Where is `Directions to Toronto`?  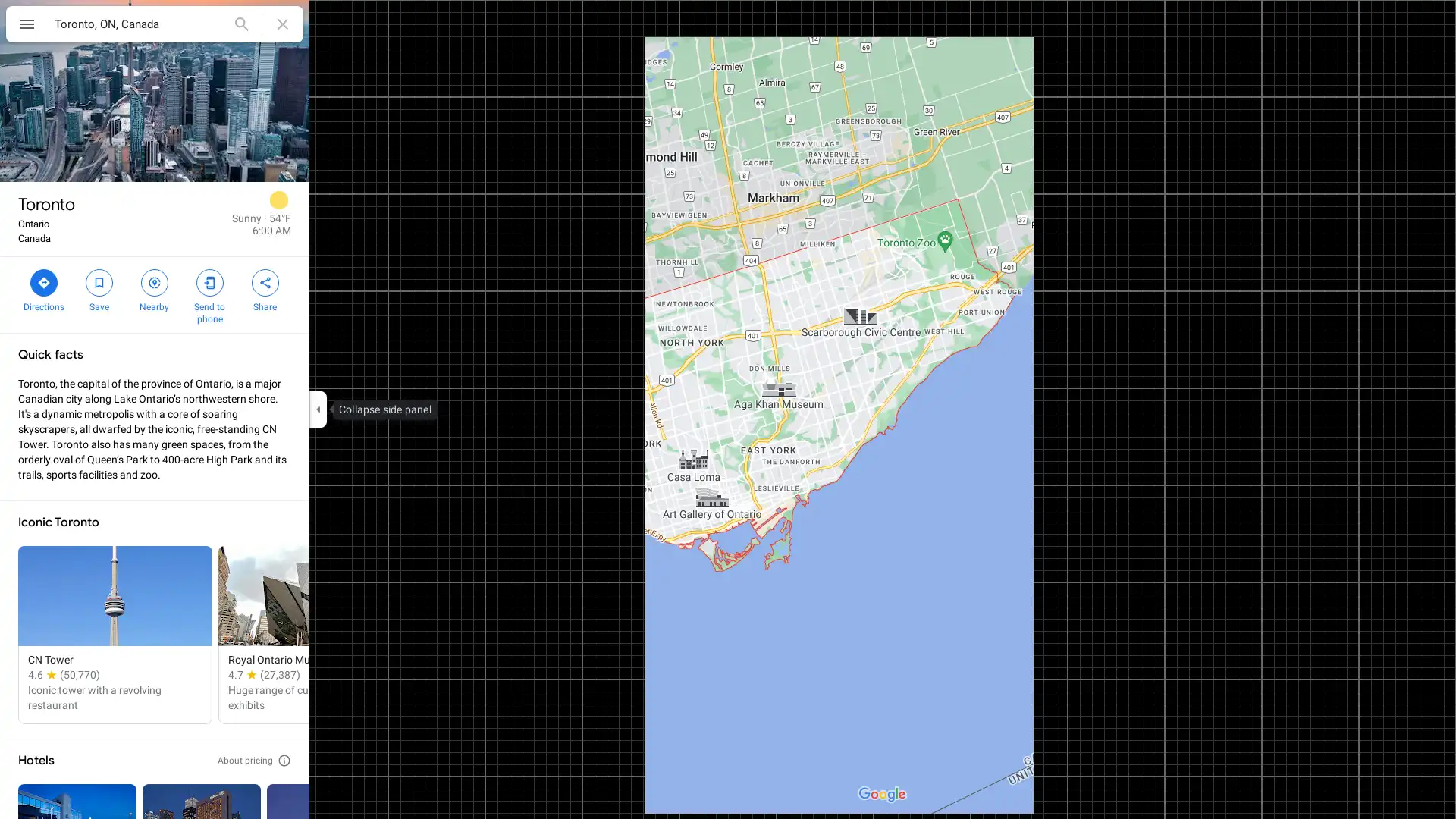 Directions to Toronto is located at coordinates (43, 289).